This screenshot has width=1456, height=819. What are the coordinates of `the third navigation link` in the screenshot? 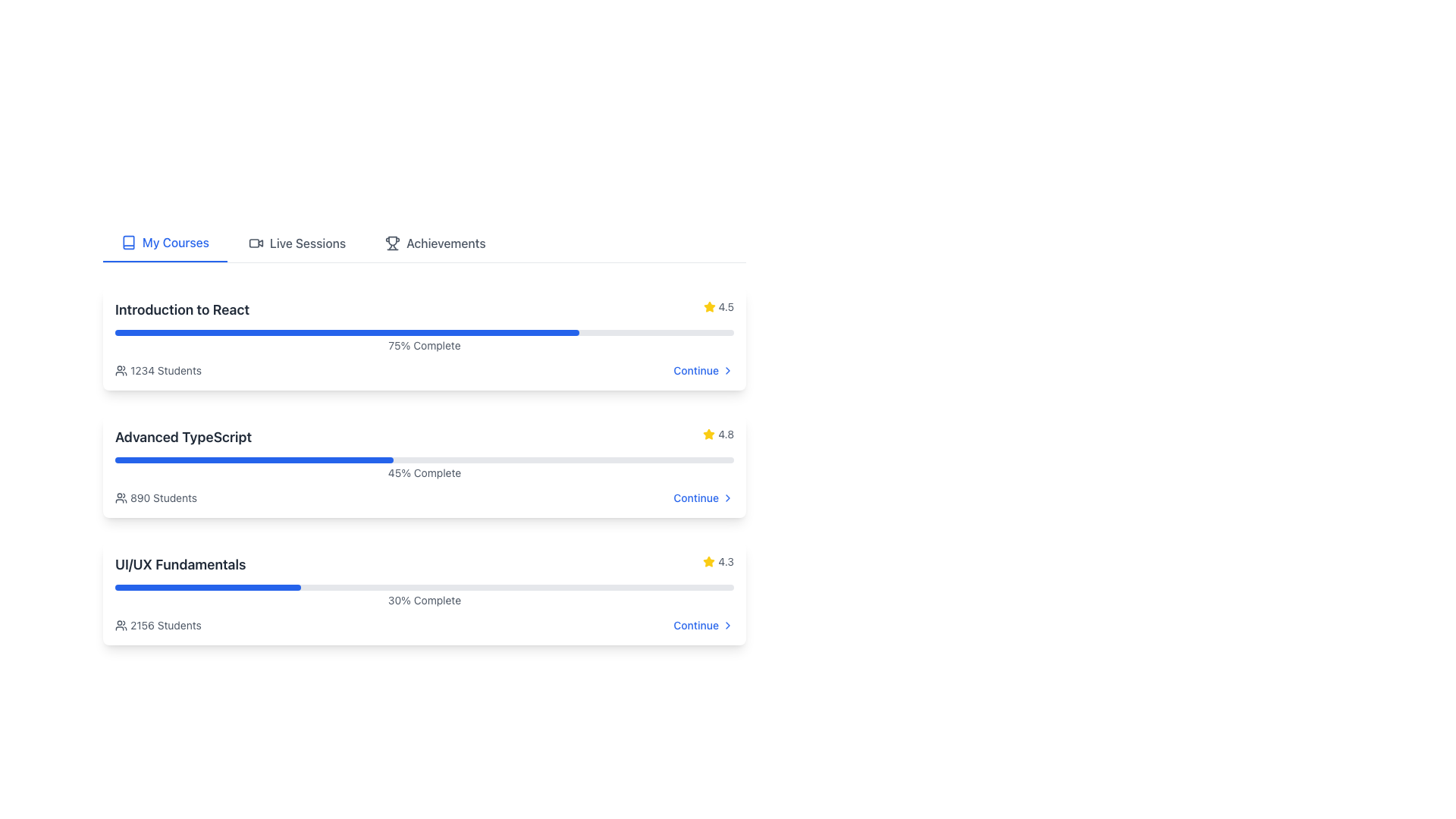 It's located at (435, 242).